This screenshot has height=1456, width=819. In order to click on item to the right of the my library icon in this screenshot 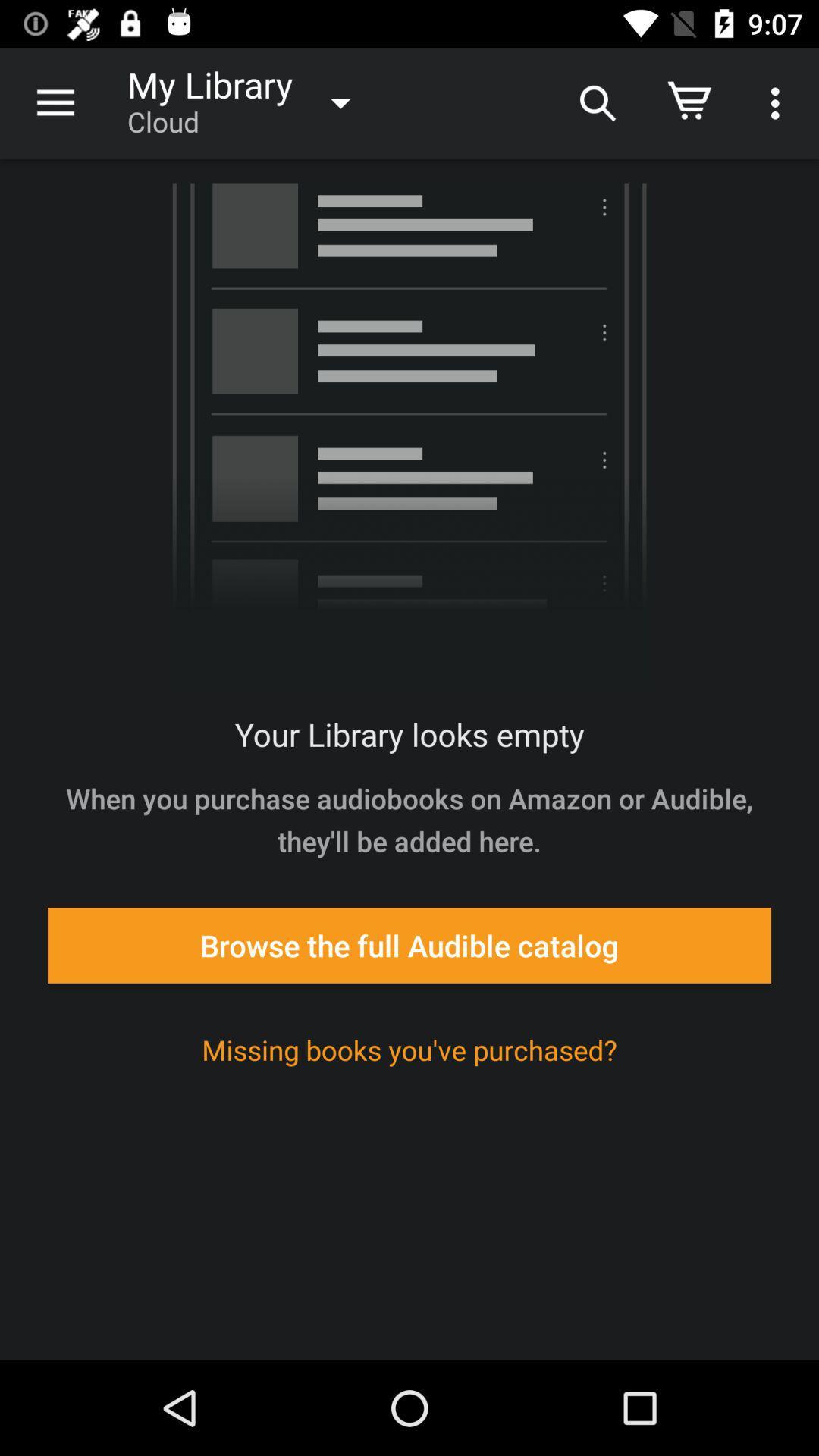, I will do `click(595, 102)`.